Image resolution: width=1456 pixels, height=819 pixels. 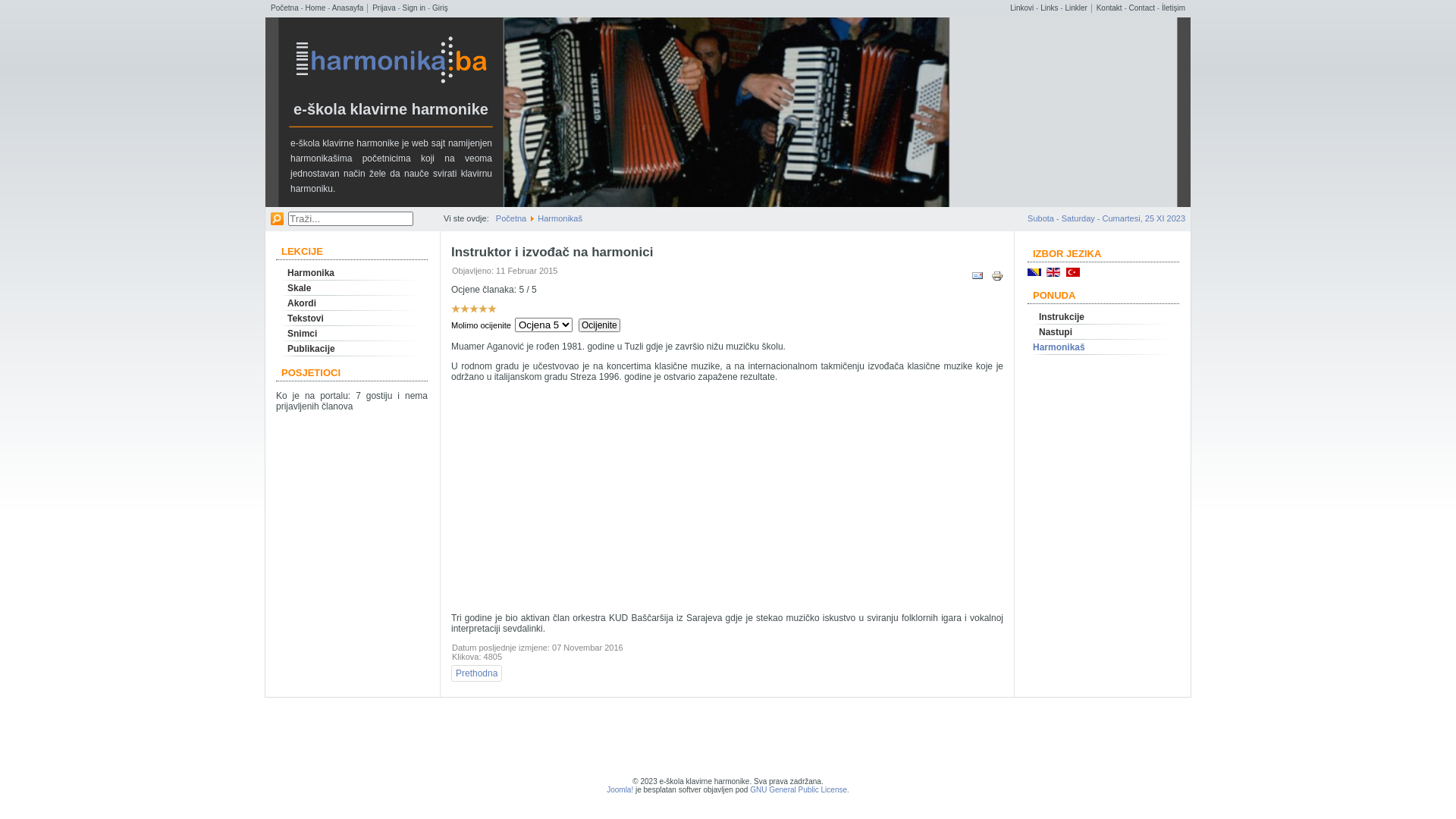 I want to click on 'Skale', so click(x=351, y=288).